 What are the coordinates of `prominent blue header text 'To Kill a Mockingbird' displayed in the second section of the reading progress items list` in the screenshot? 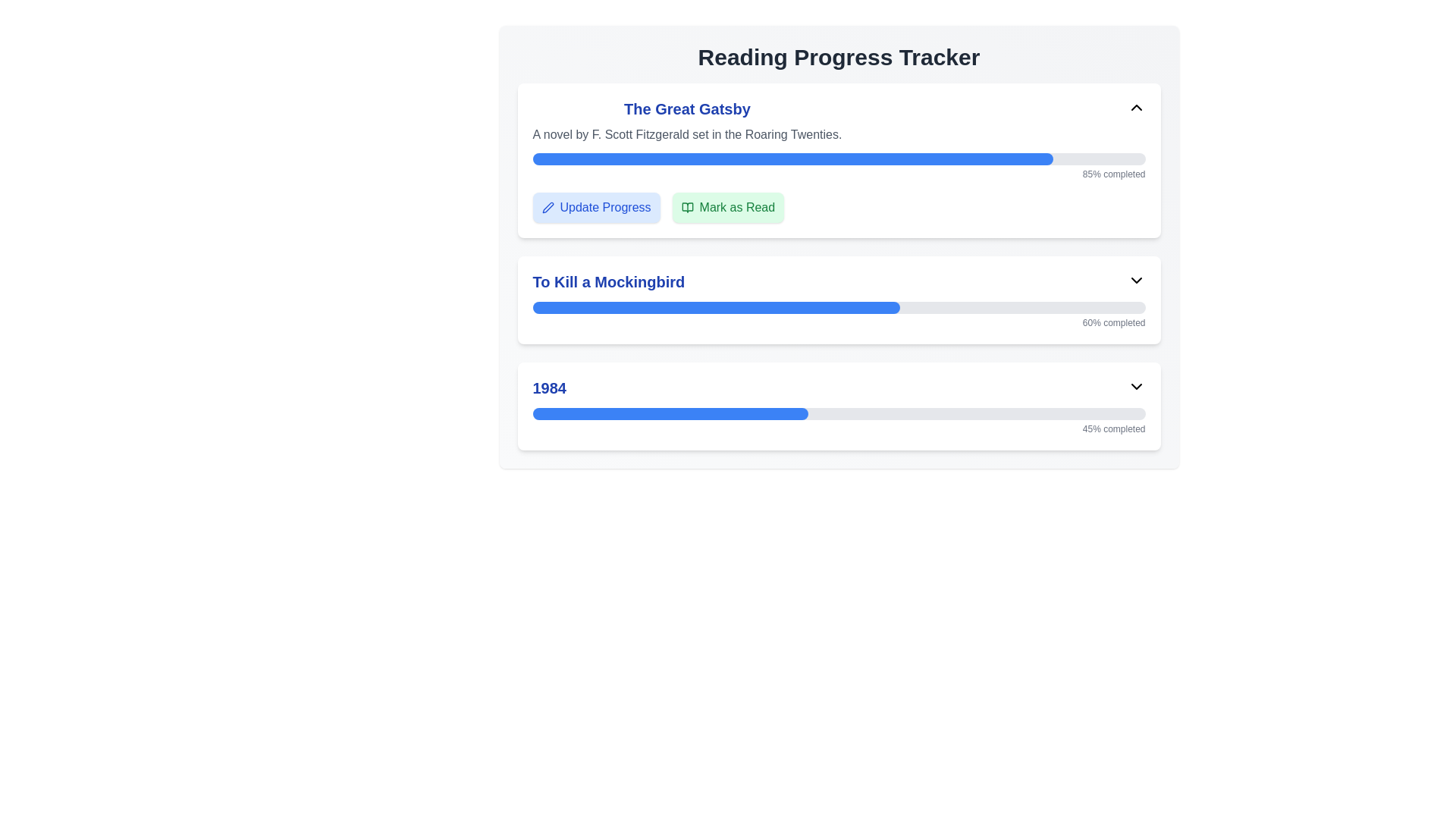 It's located at (608, 281).